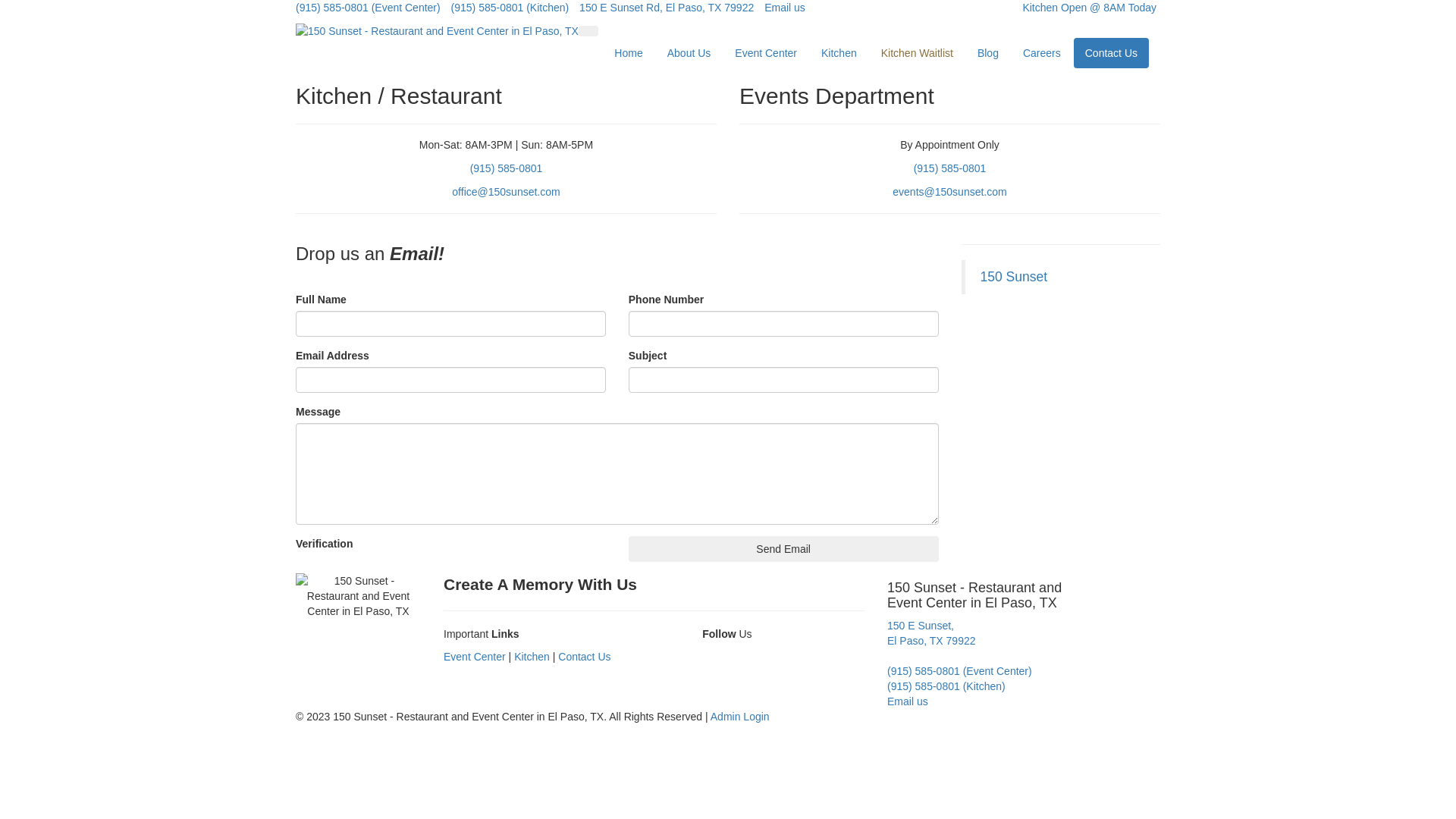 The width and height of the screenshot is (1456, 819). I want to click on 'Contact Us', so click(1111, 52).